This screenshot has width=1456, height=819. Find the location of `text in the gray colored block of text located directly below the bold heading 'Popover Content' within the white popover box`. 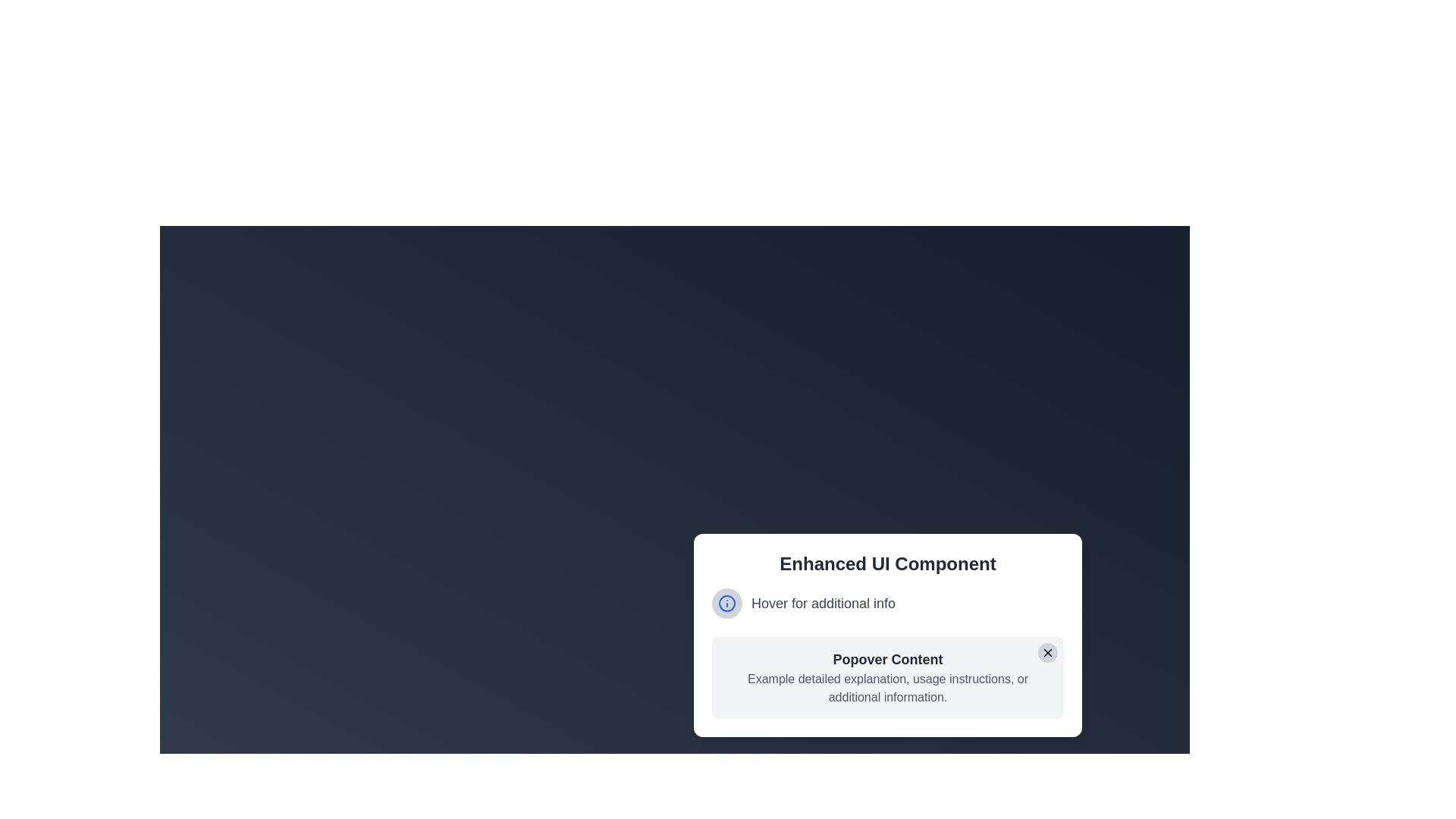

text in the gray colored block of text located directly below the bold heading 'Popover Content' within the white popover box is located at coordinates (888, 688).